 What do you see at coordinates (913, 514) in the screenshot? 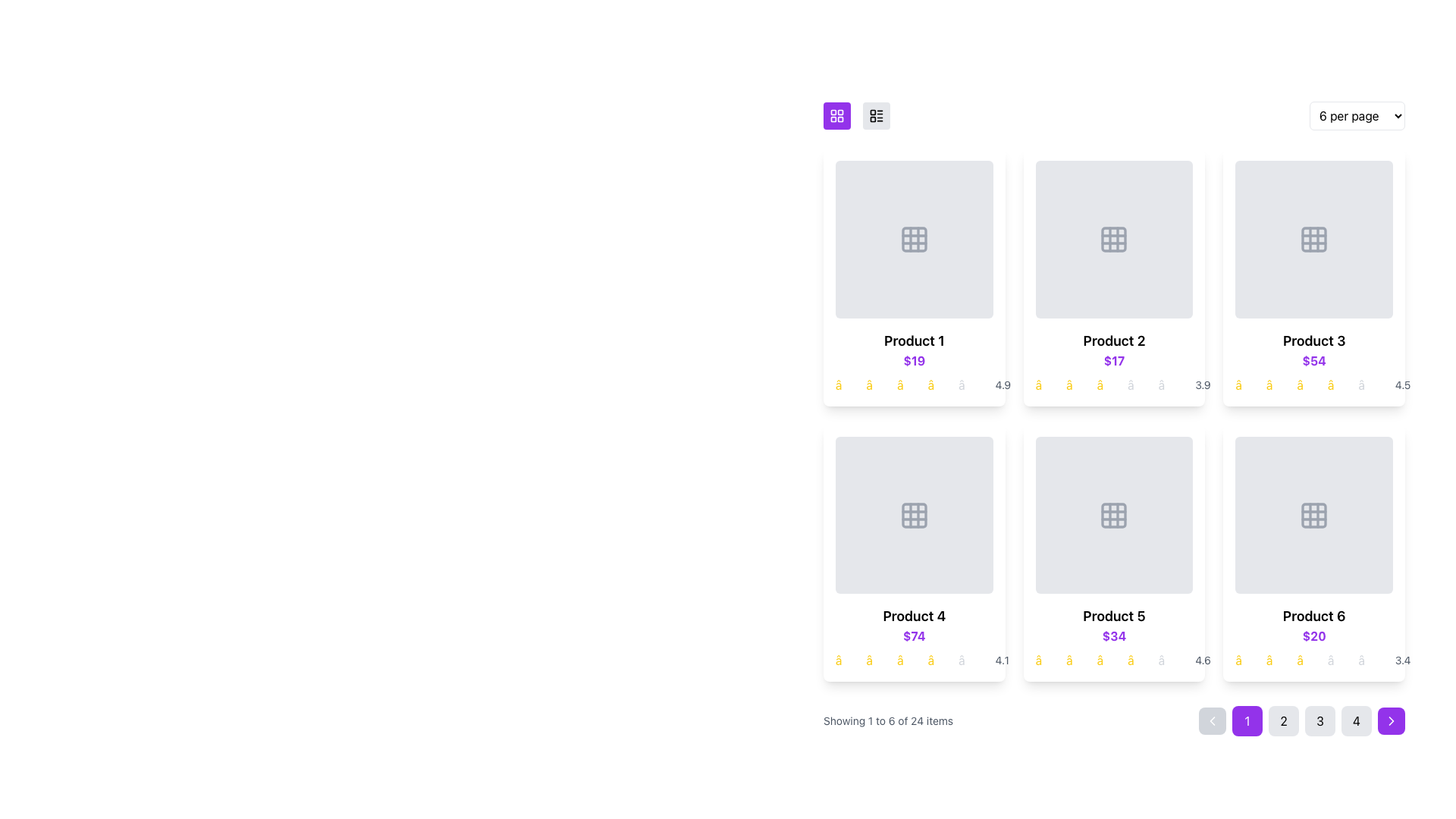
I see `the light gray decorative shape within the central grid square of the 3x3 grid icon in the product preview area for 'Product 4'` at bounding box center [913, 514].